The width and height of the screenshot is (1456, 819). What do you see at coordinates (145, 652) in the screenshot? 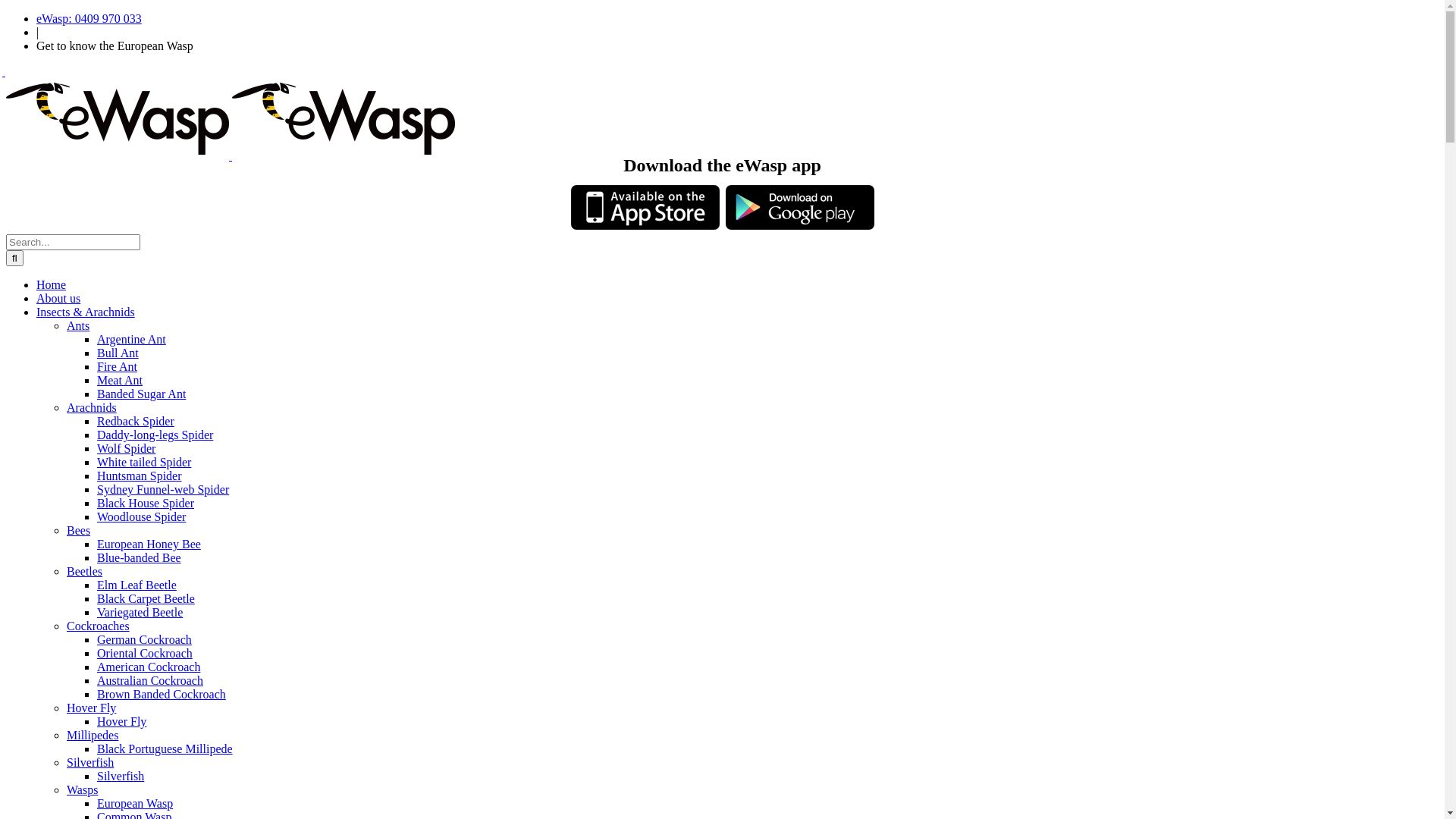
I see `'Oriental Cockroach'` at bounding box center [145, 652].